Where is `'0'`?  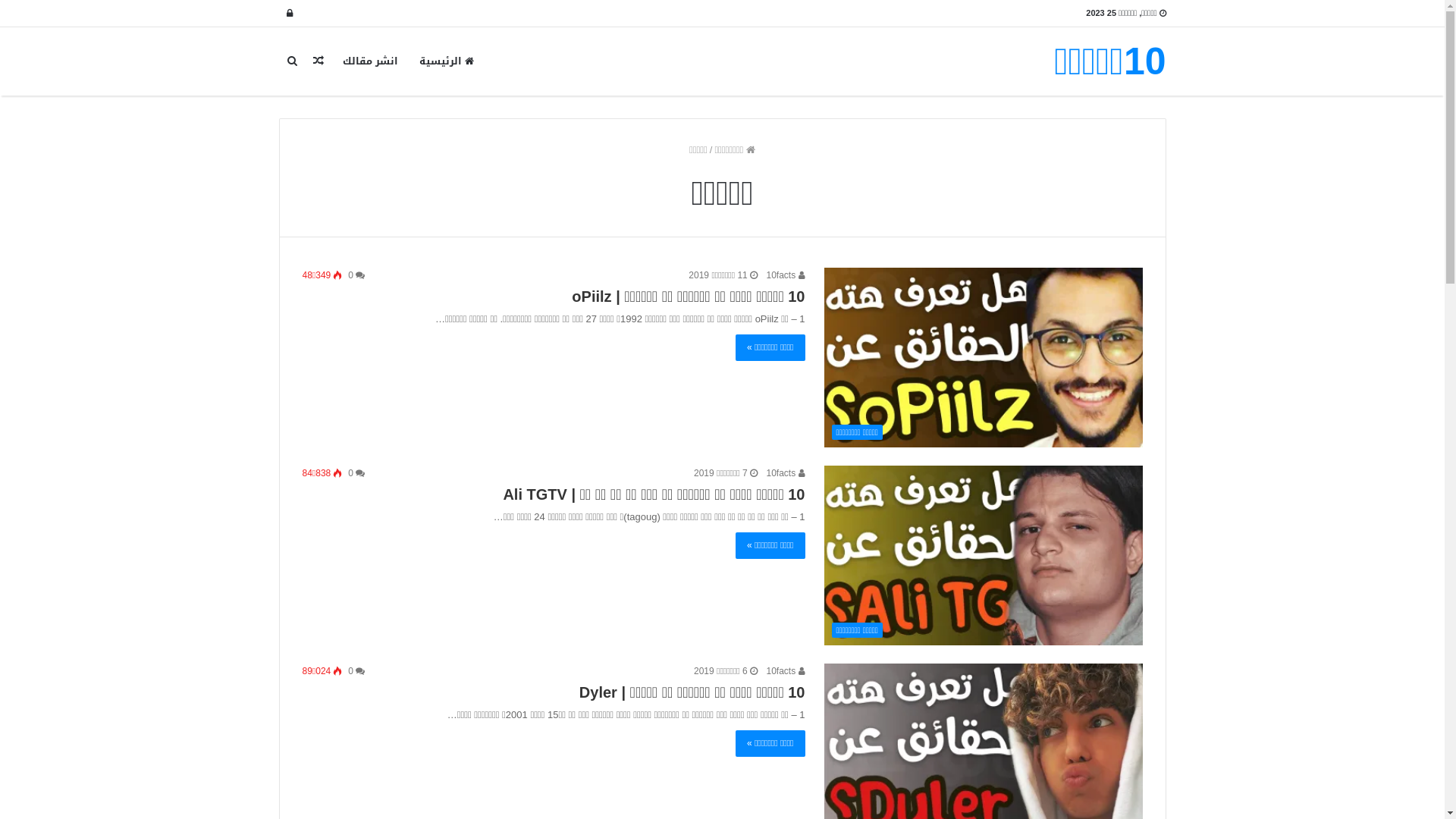
'0' is located at coordinates (356, 670).